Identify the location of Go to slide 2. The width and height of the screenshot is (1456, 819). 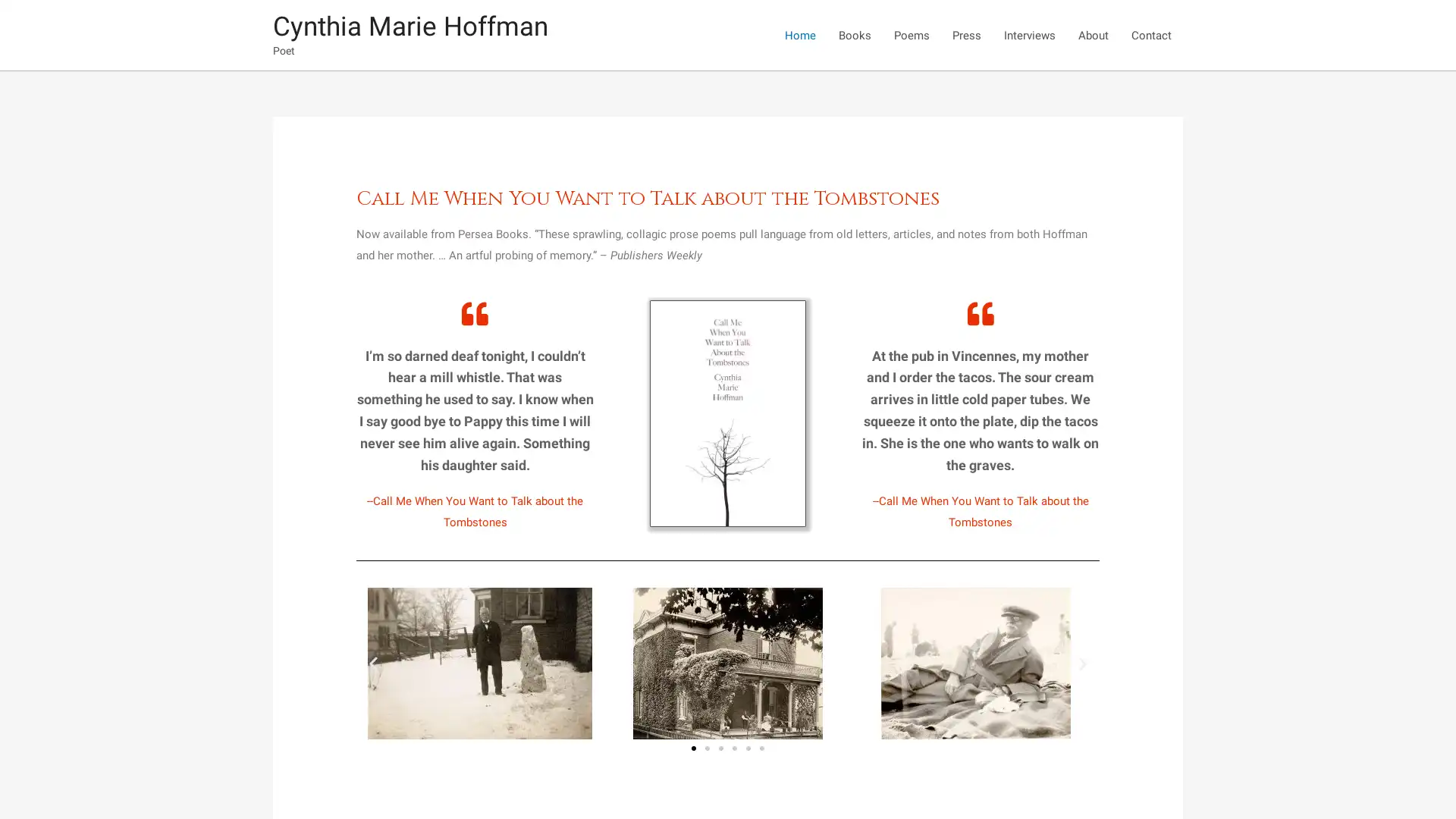
(706, 748).